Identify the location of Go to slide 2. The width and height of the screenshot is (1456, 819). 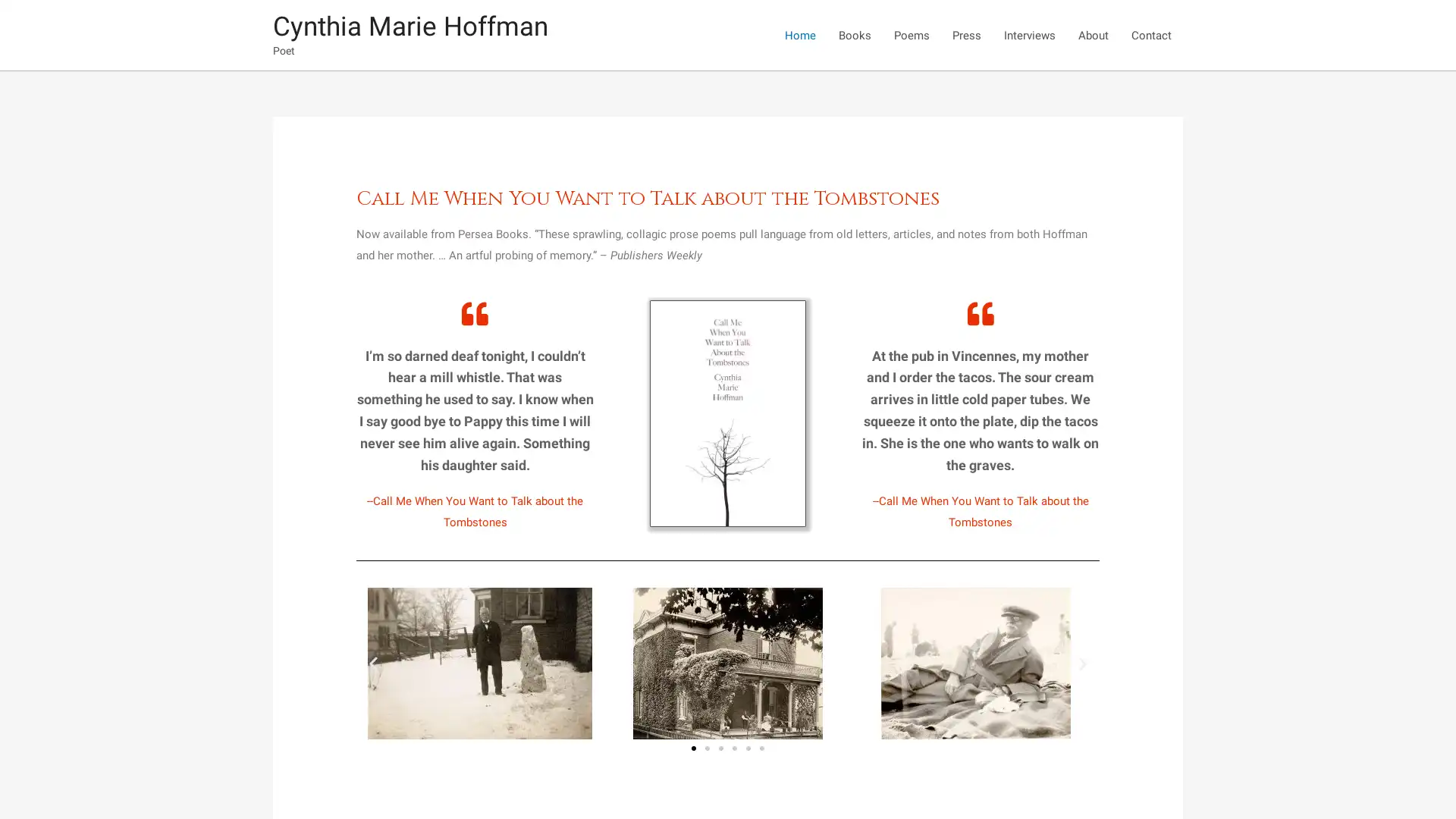
(706, 748).